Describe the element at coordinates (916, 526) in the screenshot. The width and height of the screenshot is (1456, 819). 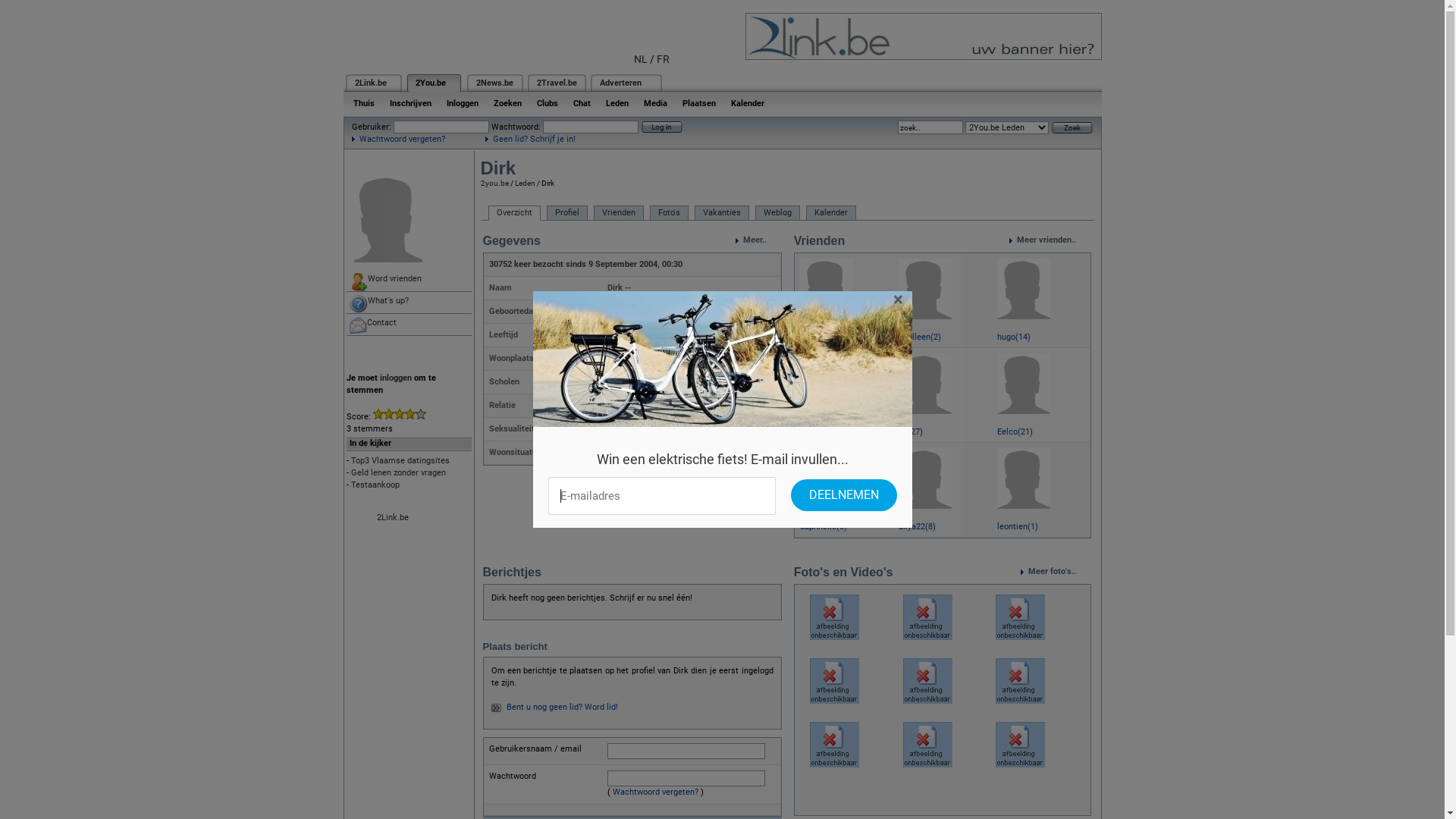
I see `'aliya22(8)'` at that location.